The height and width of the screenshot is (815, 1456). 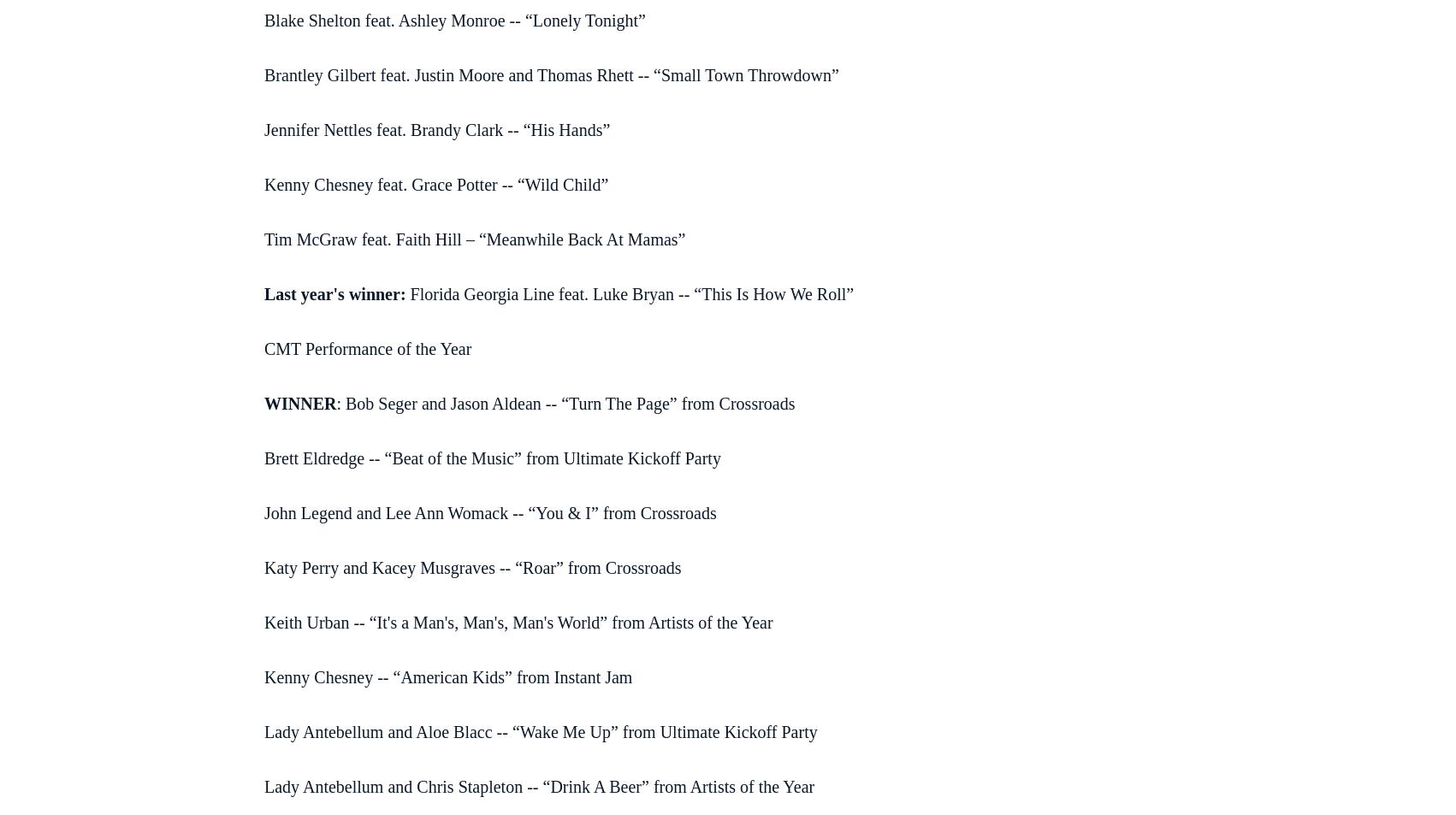 I want to click on 'Keith Urban -- “It's a Man's, Man's, Man's World” from Artists of the Year', so click(x=518, y=622).